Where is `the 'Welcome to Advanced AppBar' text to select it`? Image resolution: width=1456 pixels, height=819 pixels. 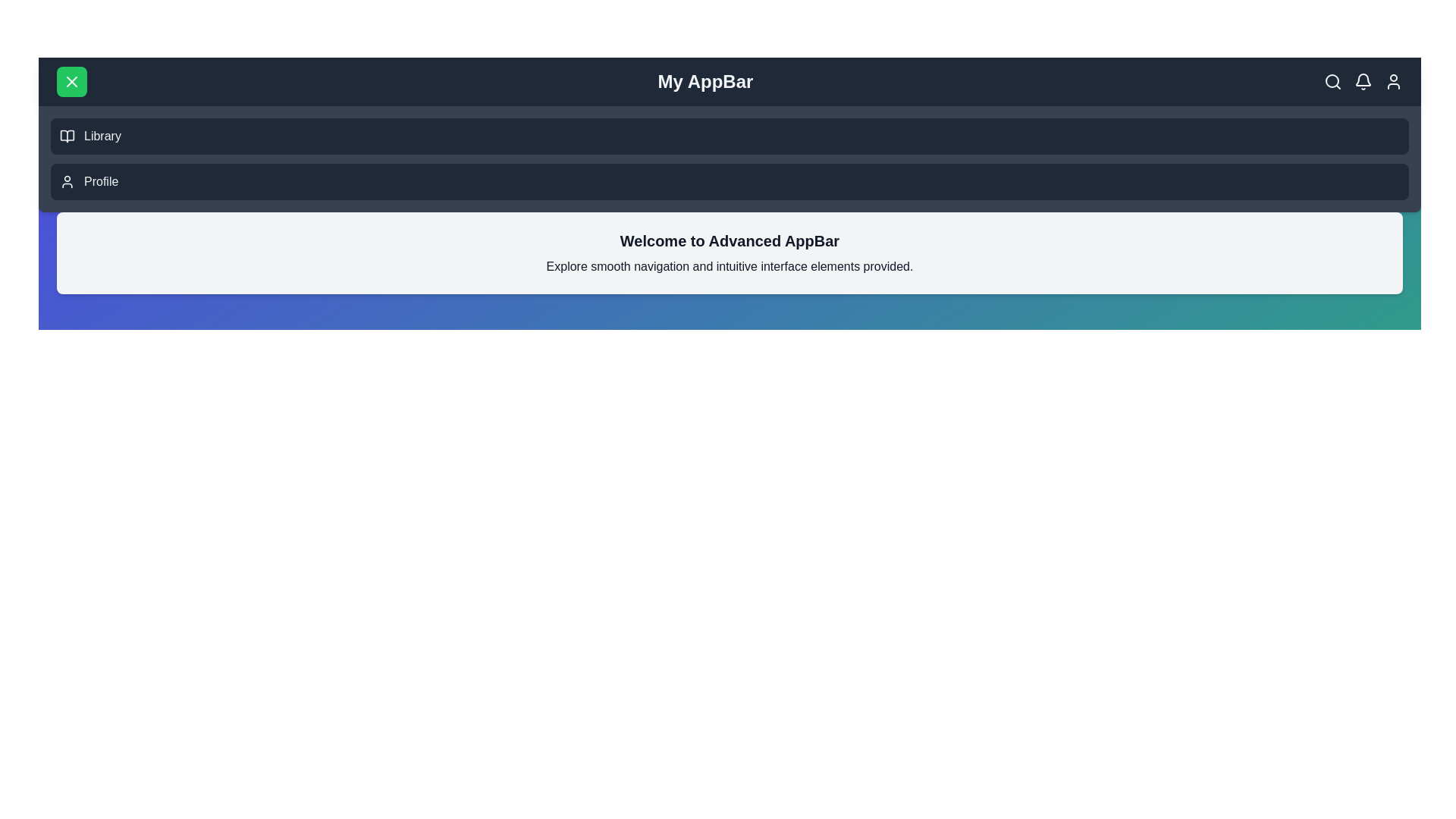
the 'Welcome to Advanced AppBar' text to select it is located at coordinates (730, 240).